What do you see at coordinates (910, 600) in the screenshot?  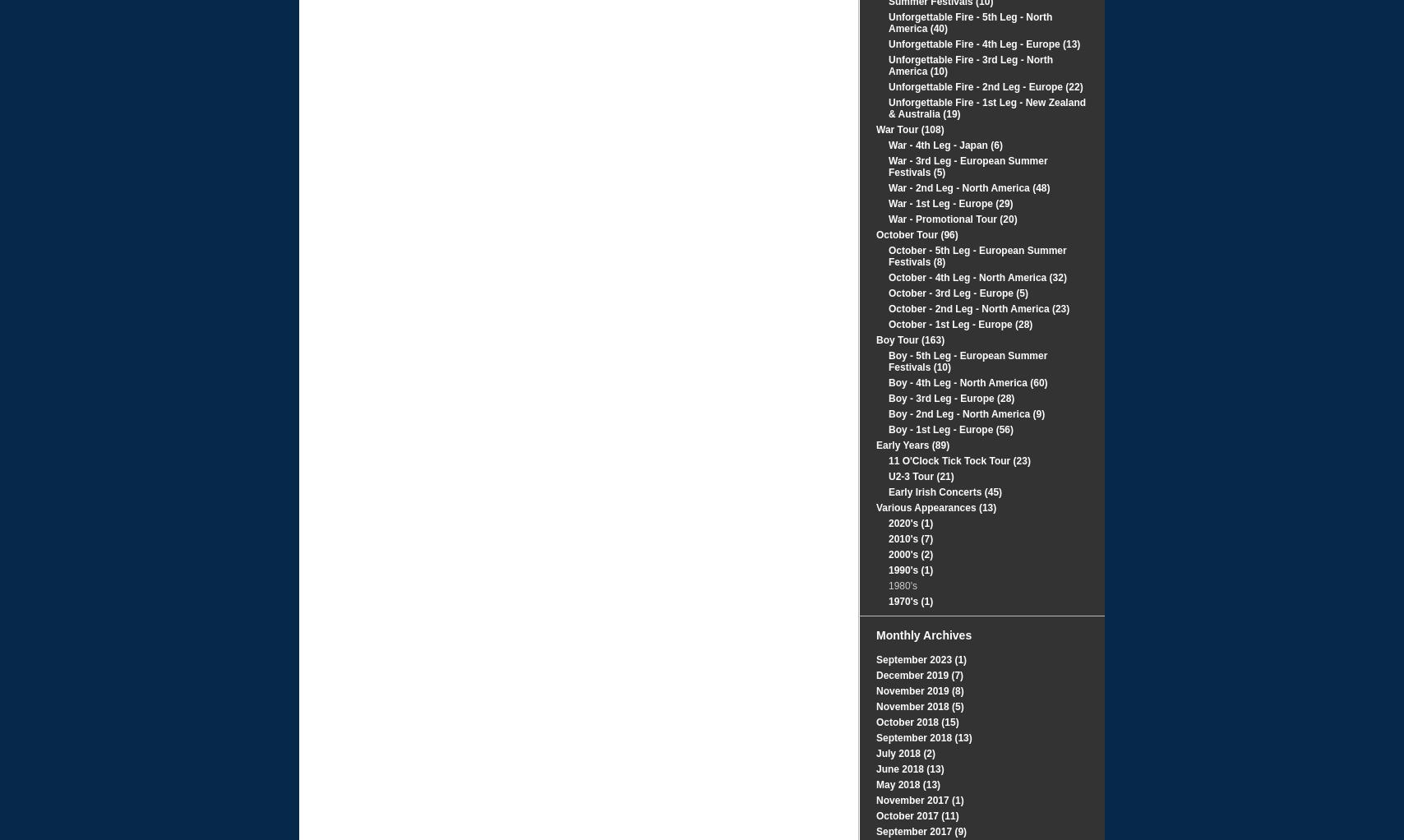 I see `'1970's (1)'` at bounding box center [910, 600].